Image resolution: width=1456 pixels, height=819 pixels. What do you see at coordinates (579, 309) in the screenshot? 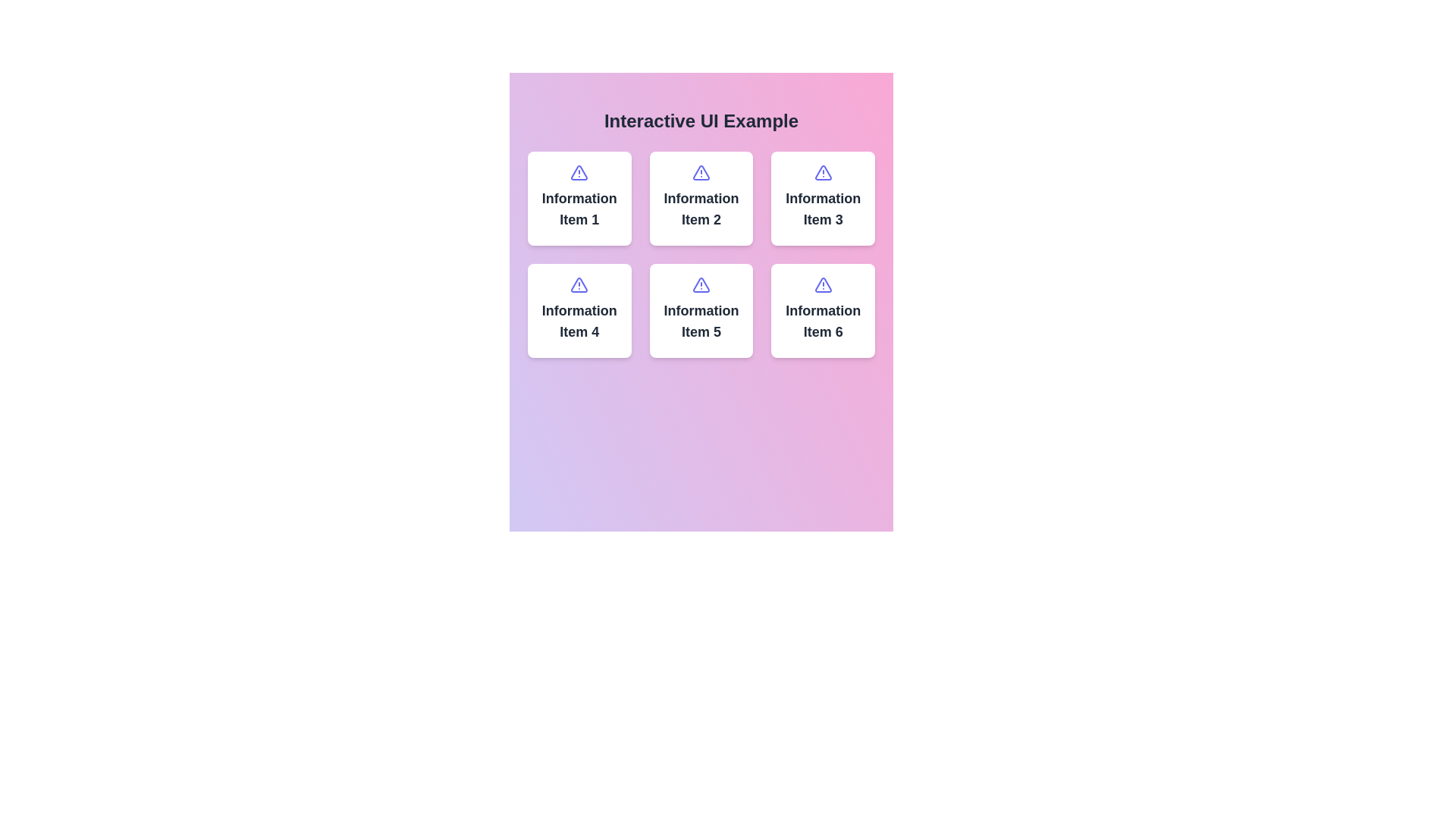
I see `the icon` at bounding box center [579, 309].